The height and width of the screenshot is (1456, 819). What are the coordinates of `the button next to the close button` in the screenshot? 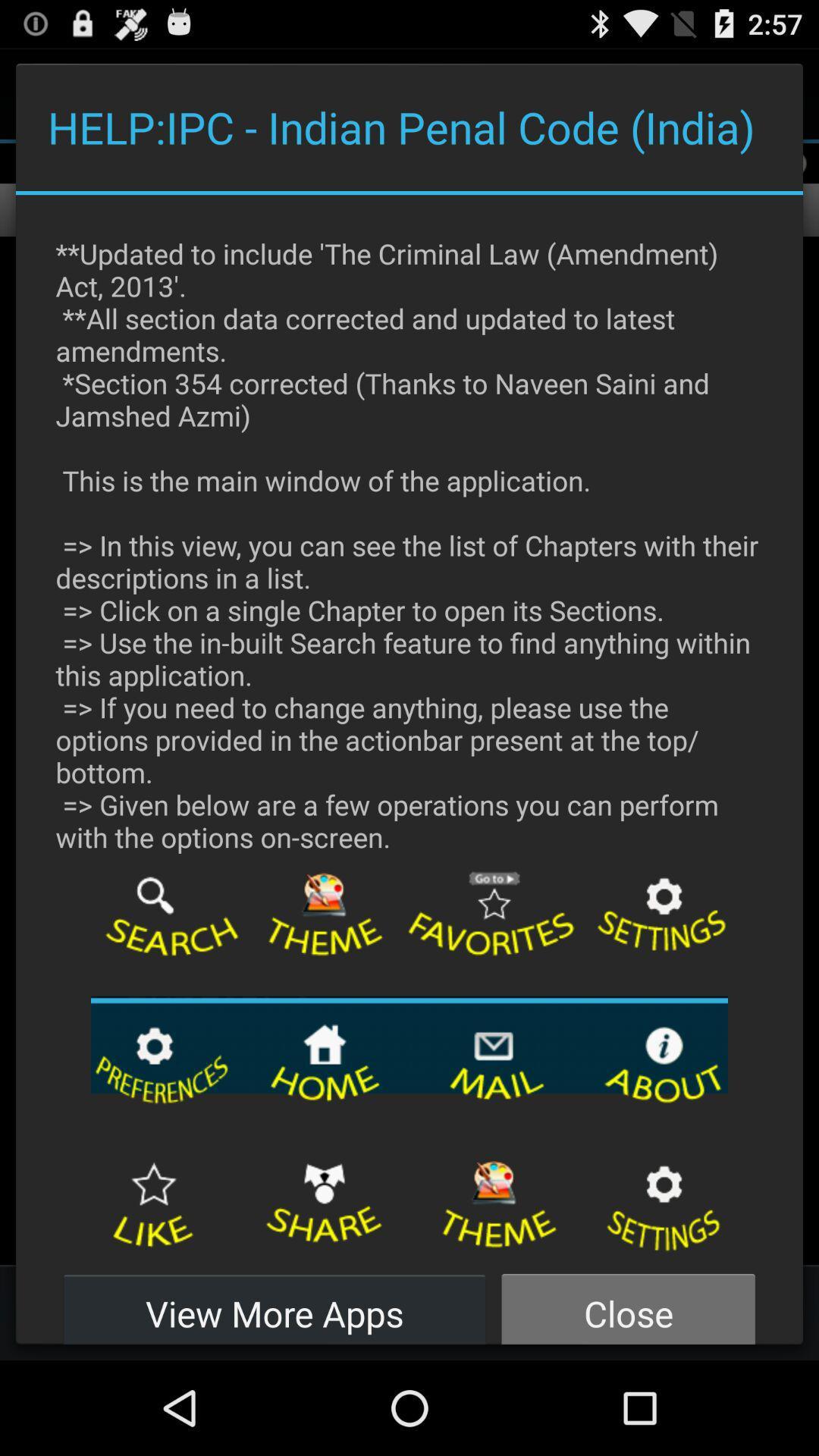 It's located at (275, 1304).